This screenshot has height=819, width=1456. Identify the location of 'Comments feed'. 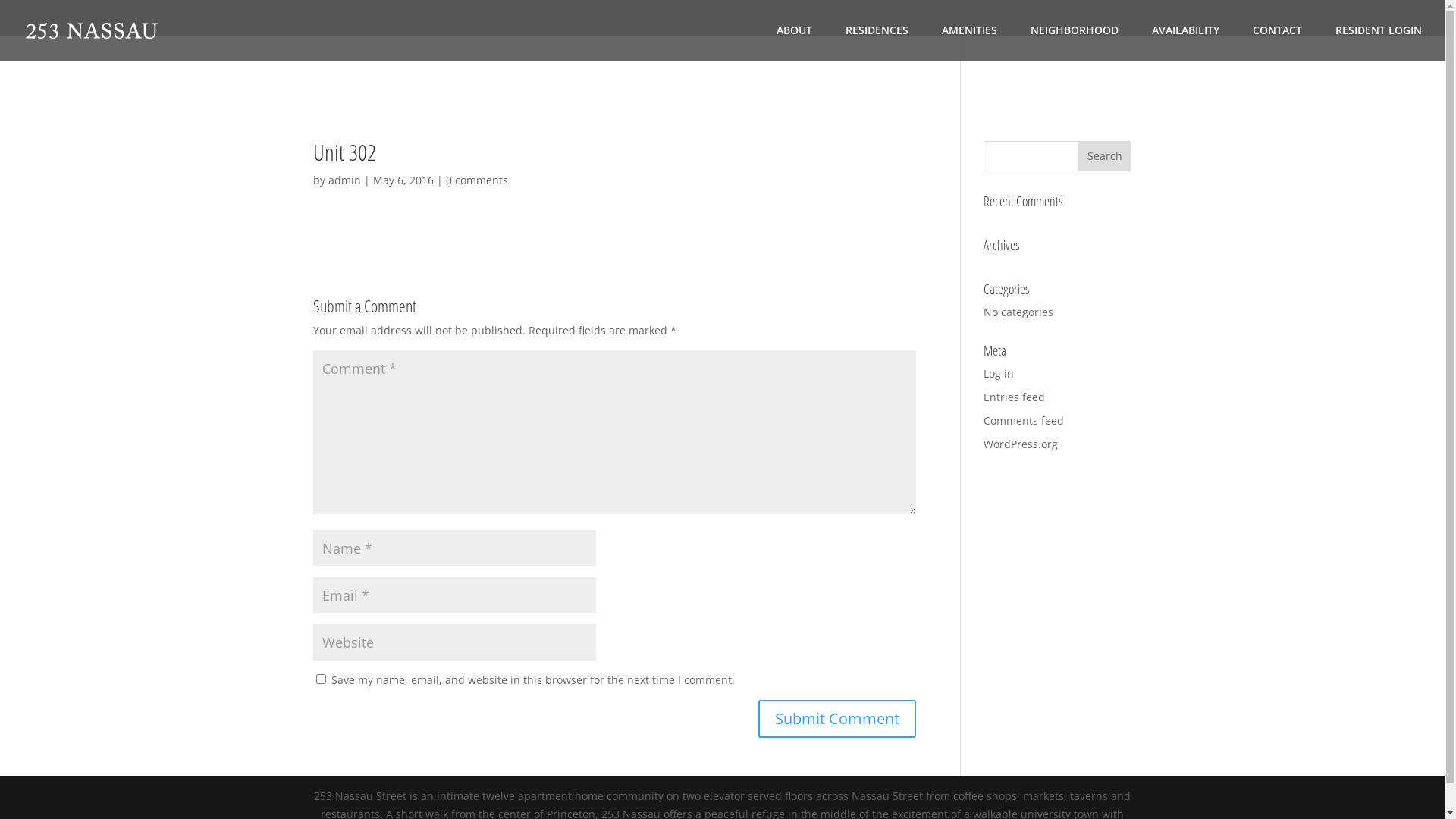
(1023, 420).